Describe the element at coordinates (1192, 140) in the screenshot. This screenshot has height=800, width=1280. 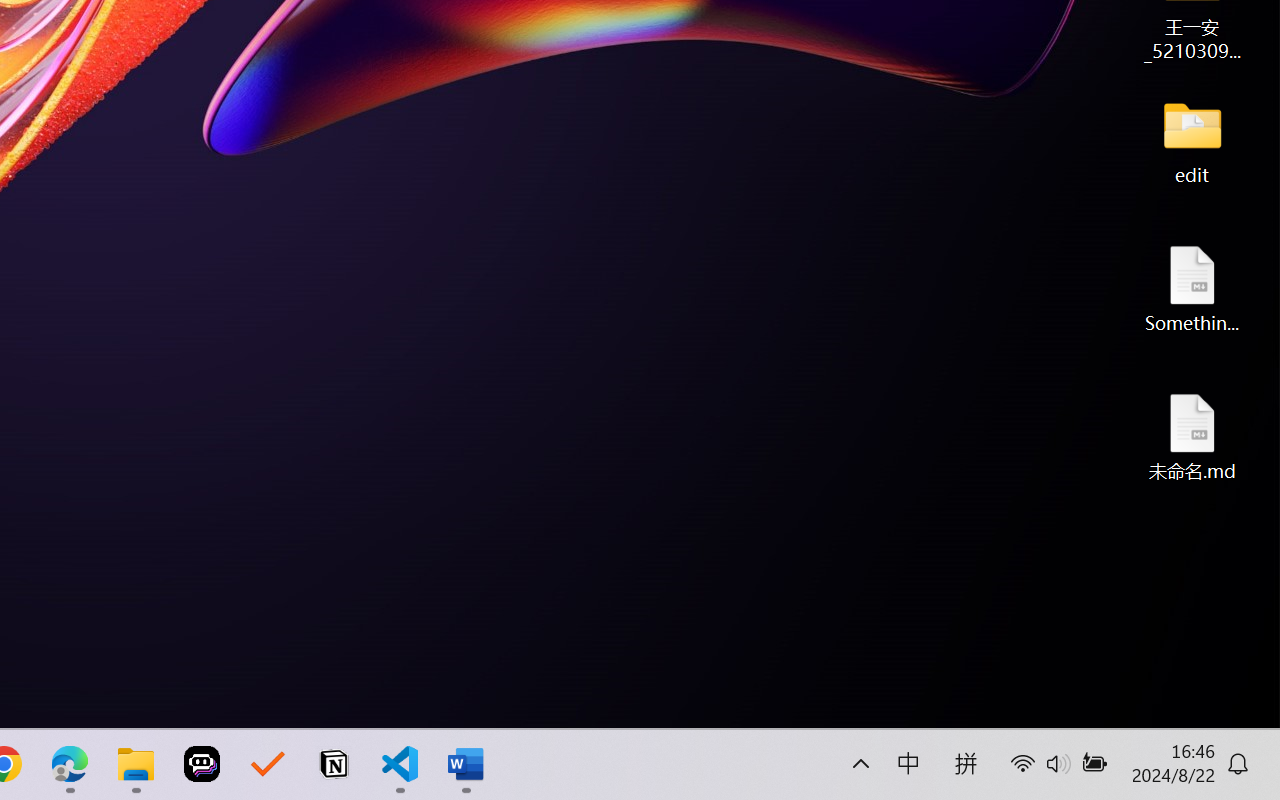
I see `'edit'` at that location.